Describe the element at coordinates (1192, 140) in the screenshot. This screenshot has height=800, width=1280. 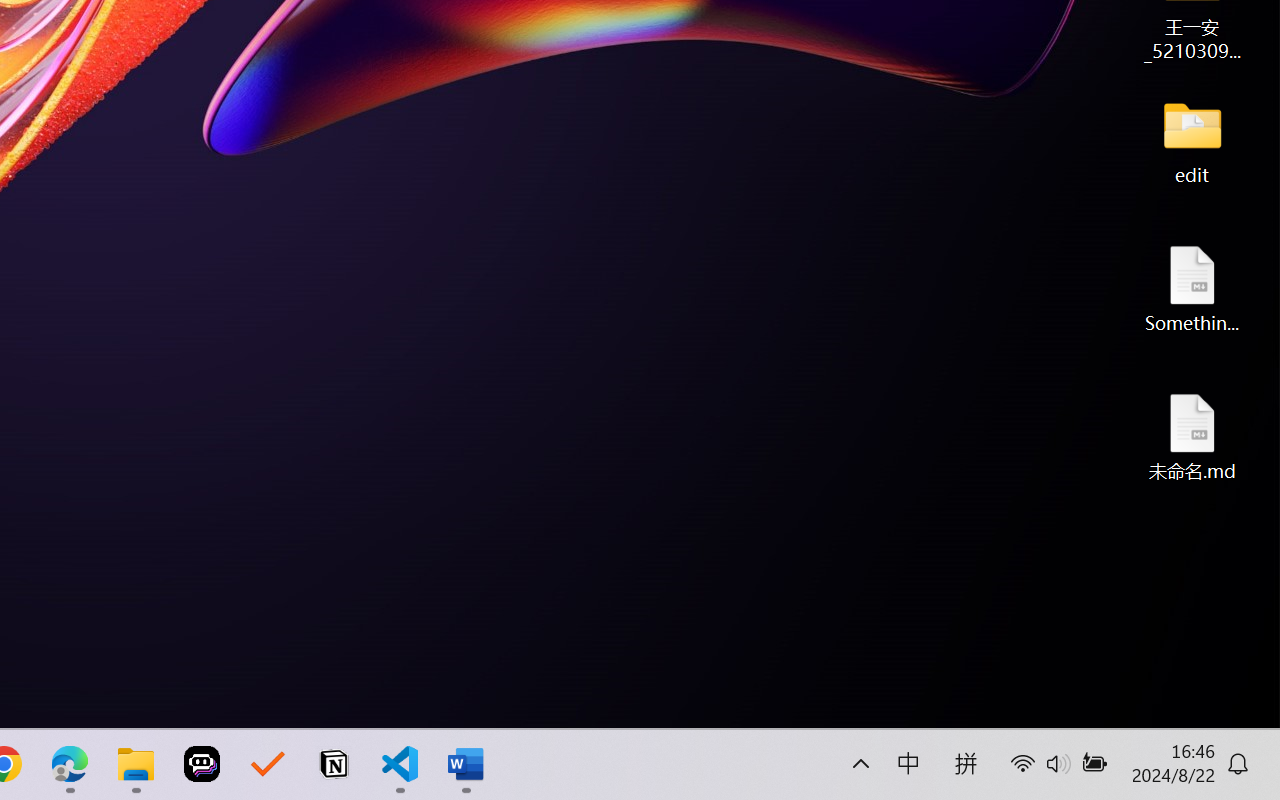
I see `'edit'` at that location.